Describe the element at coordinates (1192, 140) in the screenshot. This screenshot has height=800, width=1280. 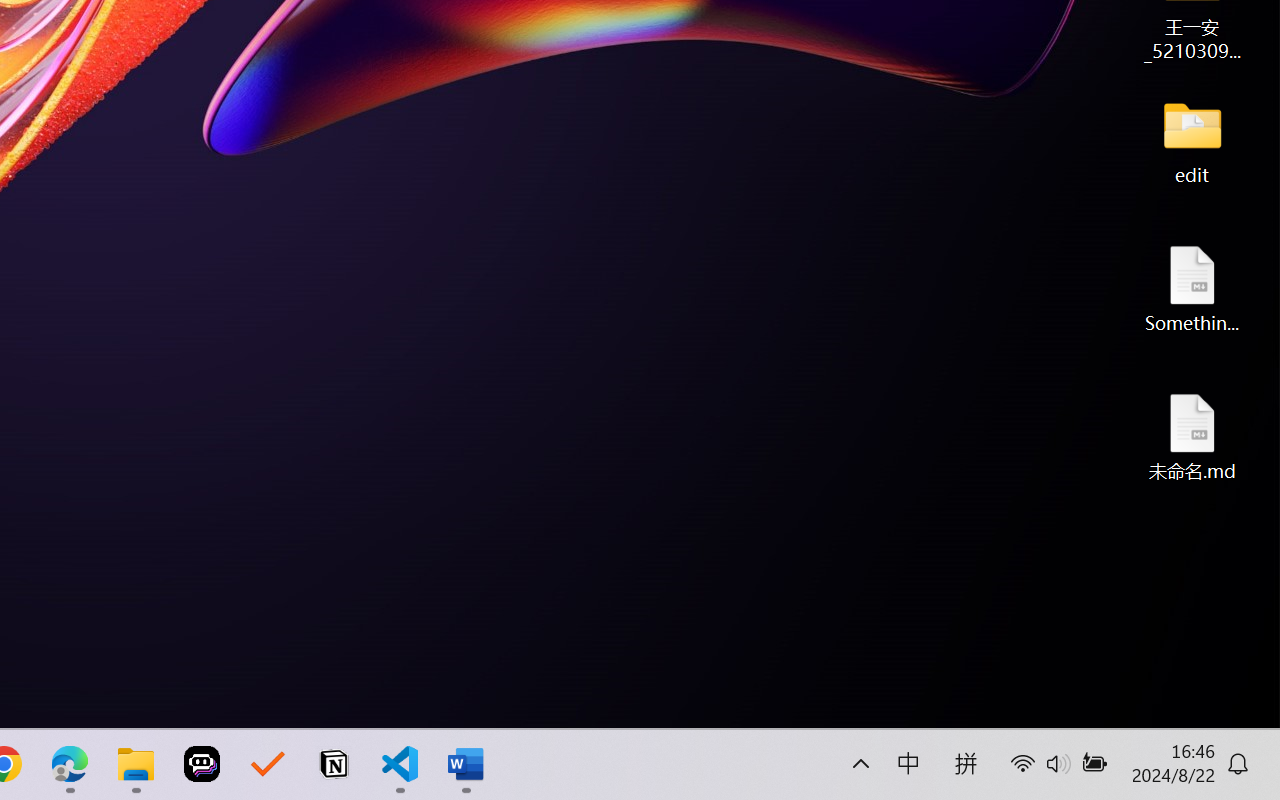
I see `'edit'` at that location.